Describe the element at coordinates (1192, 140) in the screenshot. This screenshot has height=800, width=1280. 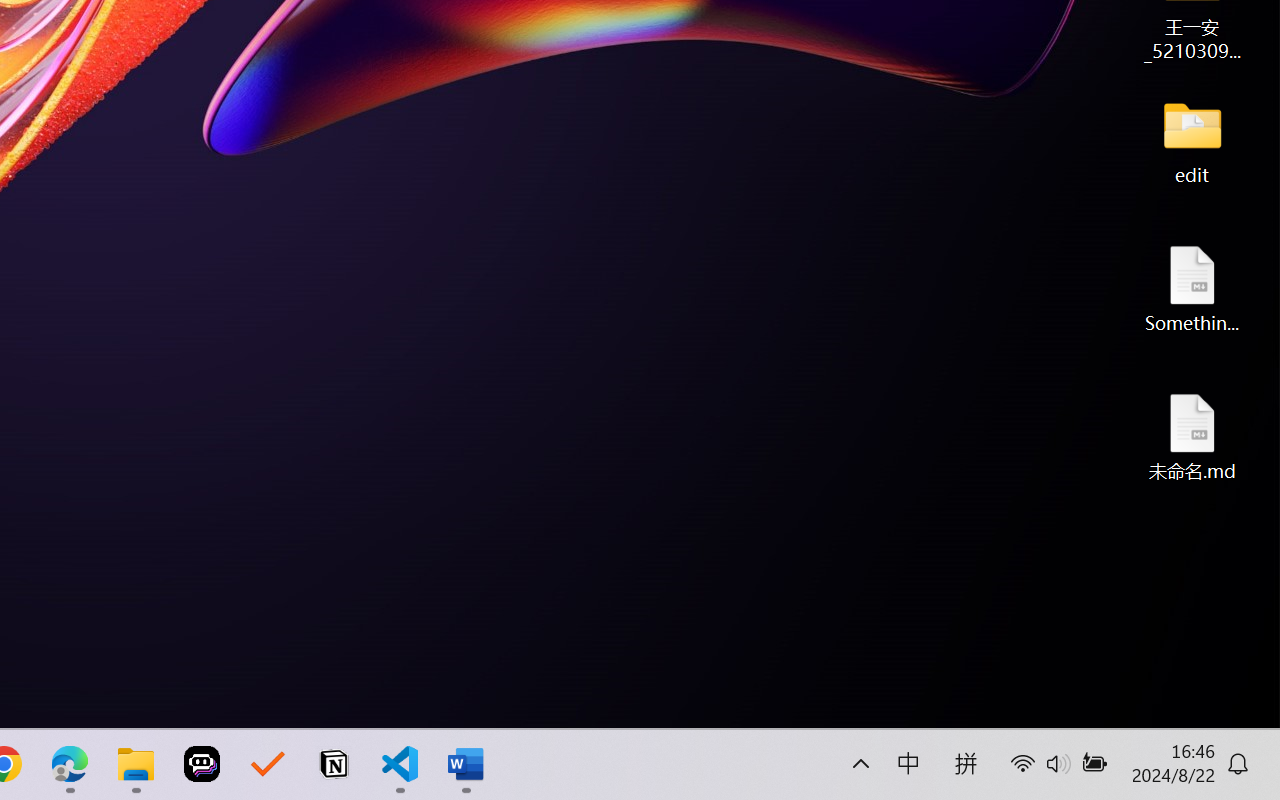
I see `'edit'` at that location.